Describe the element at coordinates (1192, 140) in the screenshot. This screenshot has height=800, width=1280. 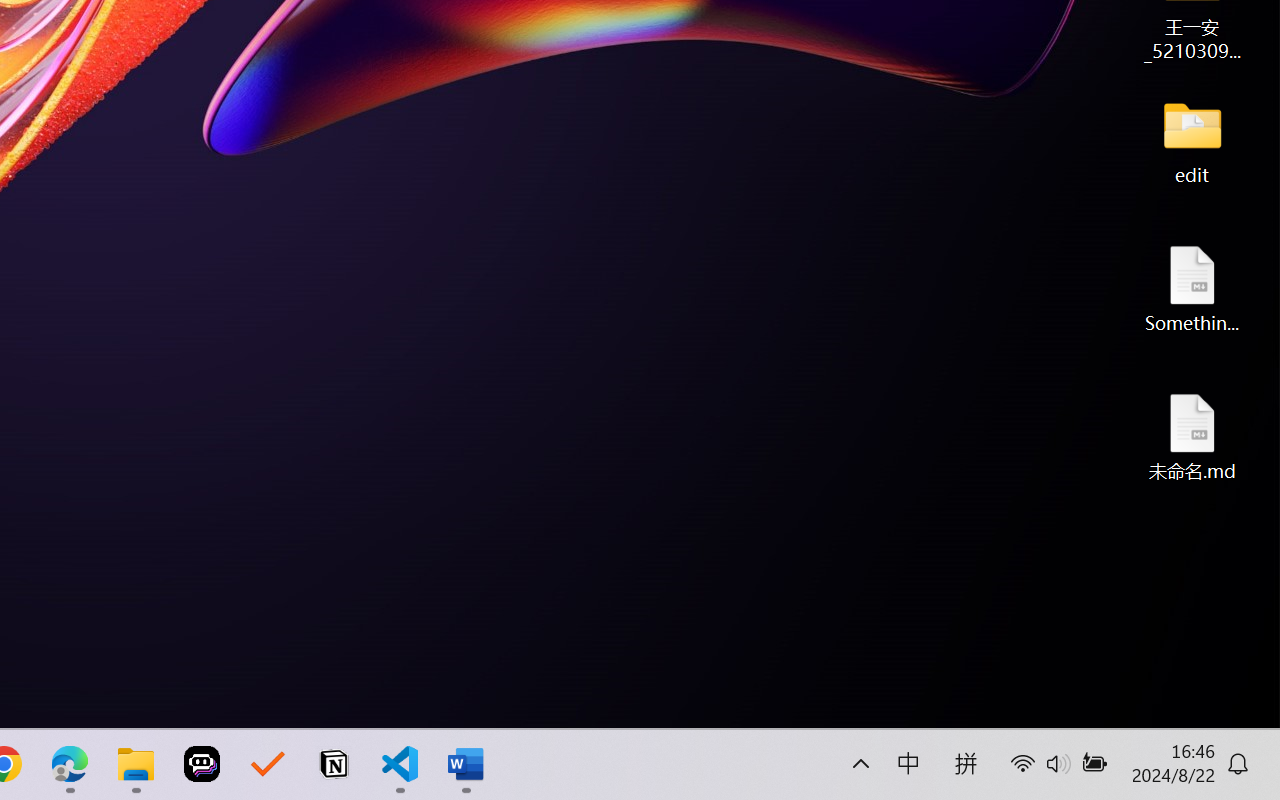
I see `'edit'` at that location.